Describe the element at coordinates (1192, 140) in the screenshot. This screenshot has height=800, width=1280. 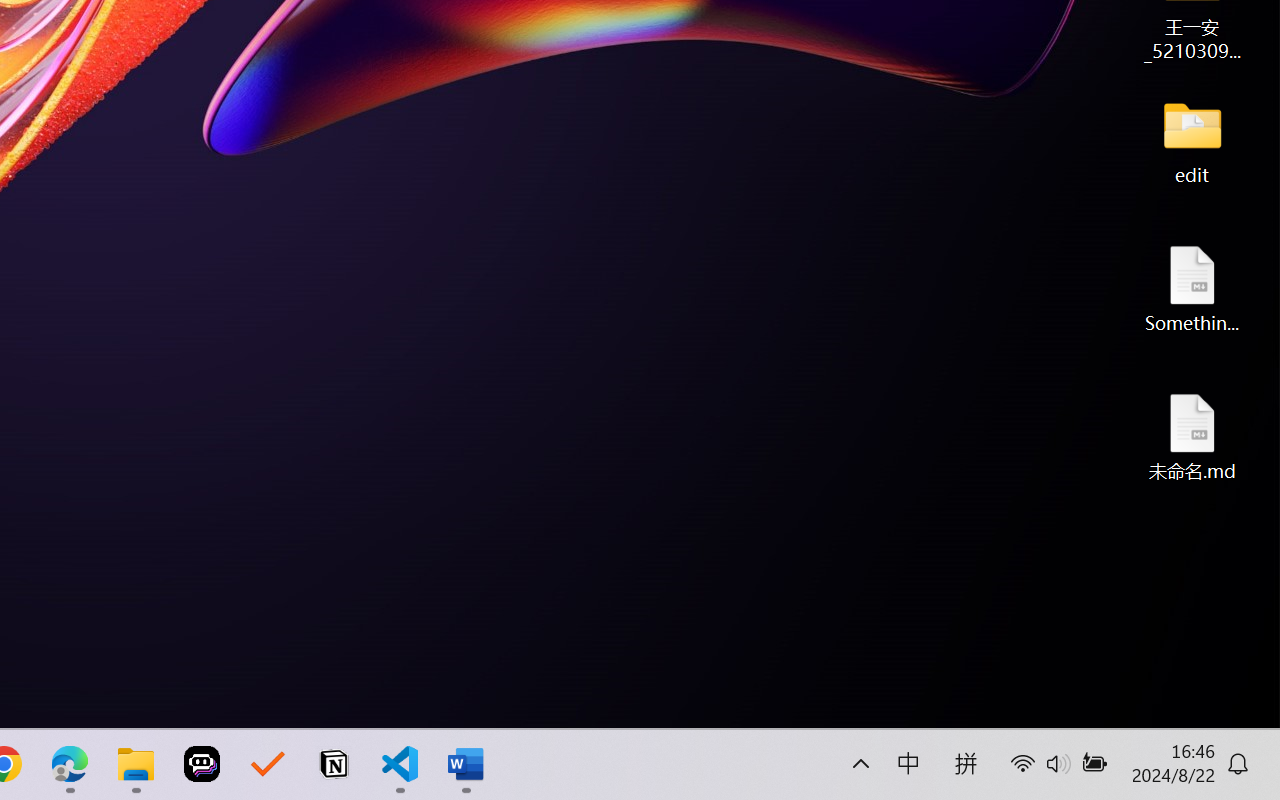
I see `'edit'` at that location.